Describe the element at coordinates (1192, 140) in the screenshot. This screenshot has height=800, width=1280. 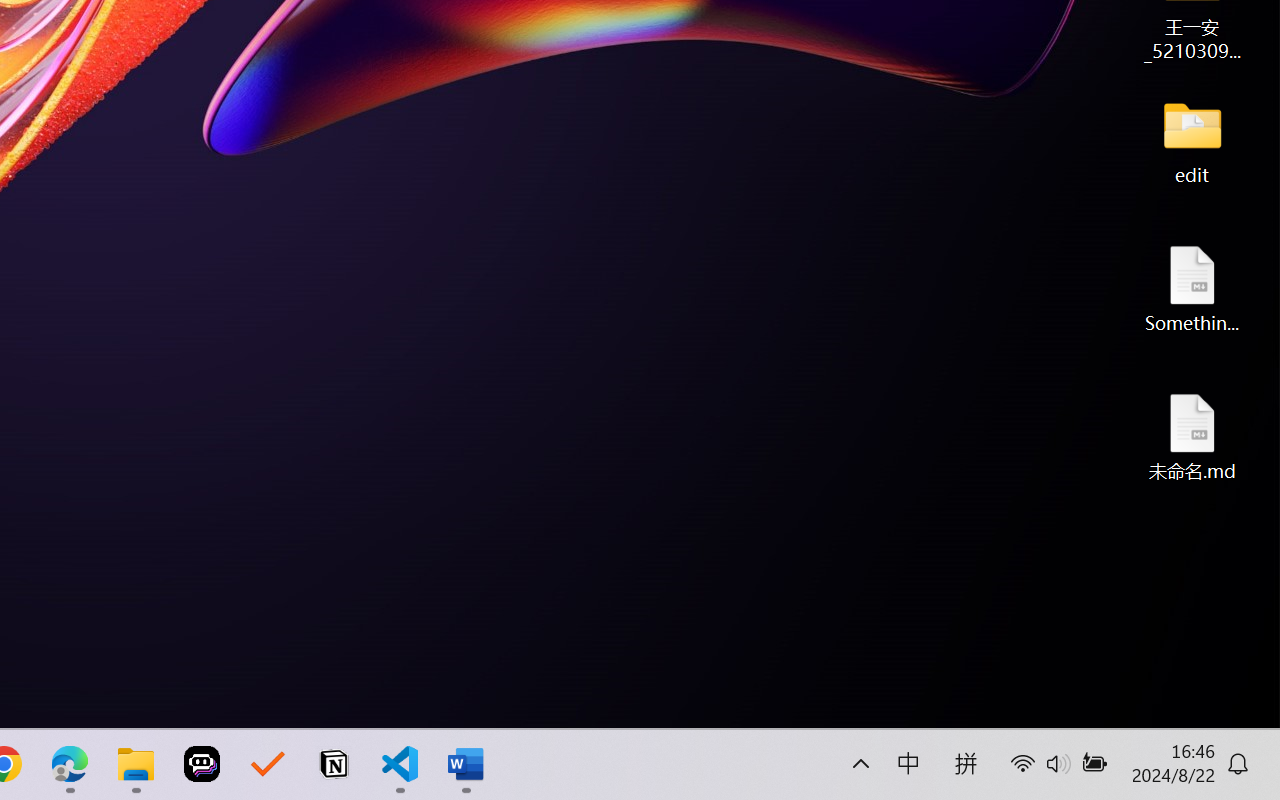
I see `'edit'` at that location.